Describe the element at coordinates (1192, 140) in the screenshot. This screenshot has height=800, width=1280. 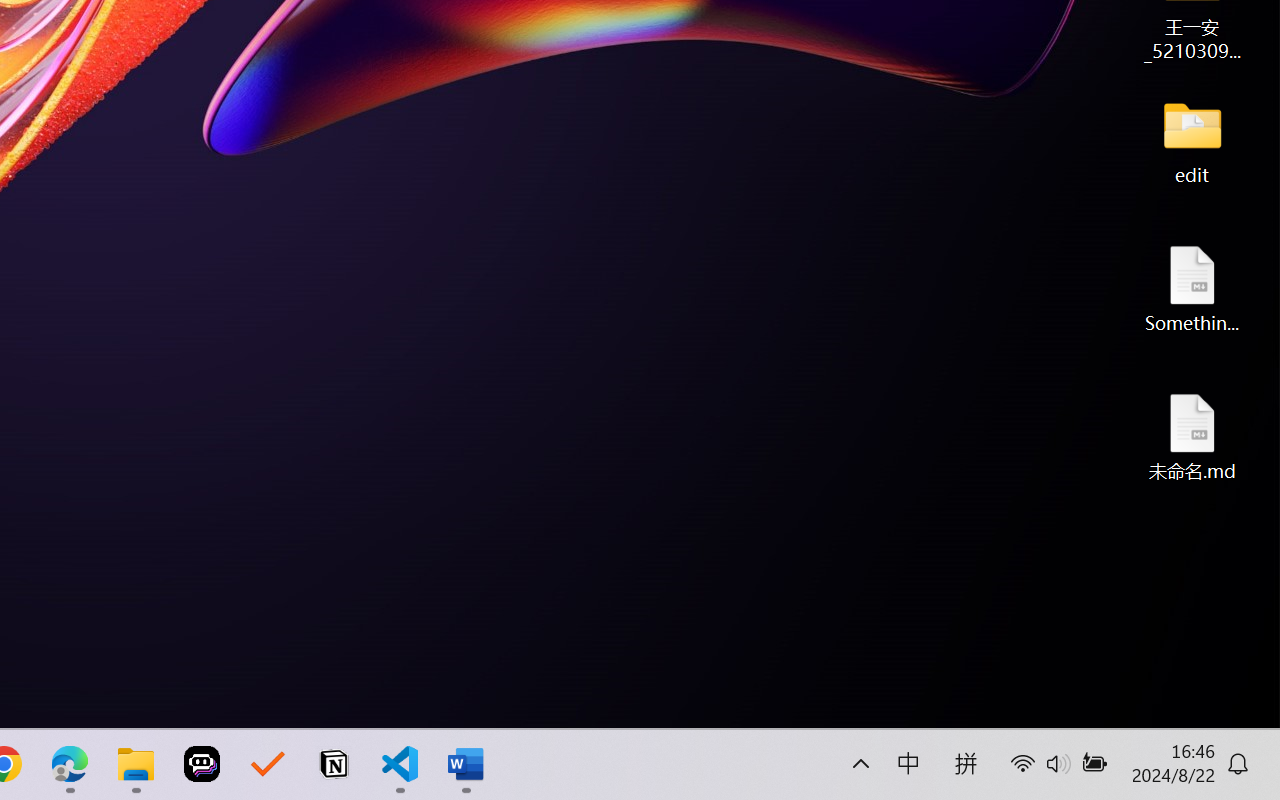
I see `'edit'` at that location.